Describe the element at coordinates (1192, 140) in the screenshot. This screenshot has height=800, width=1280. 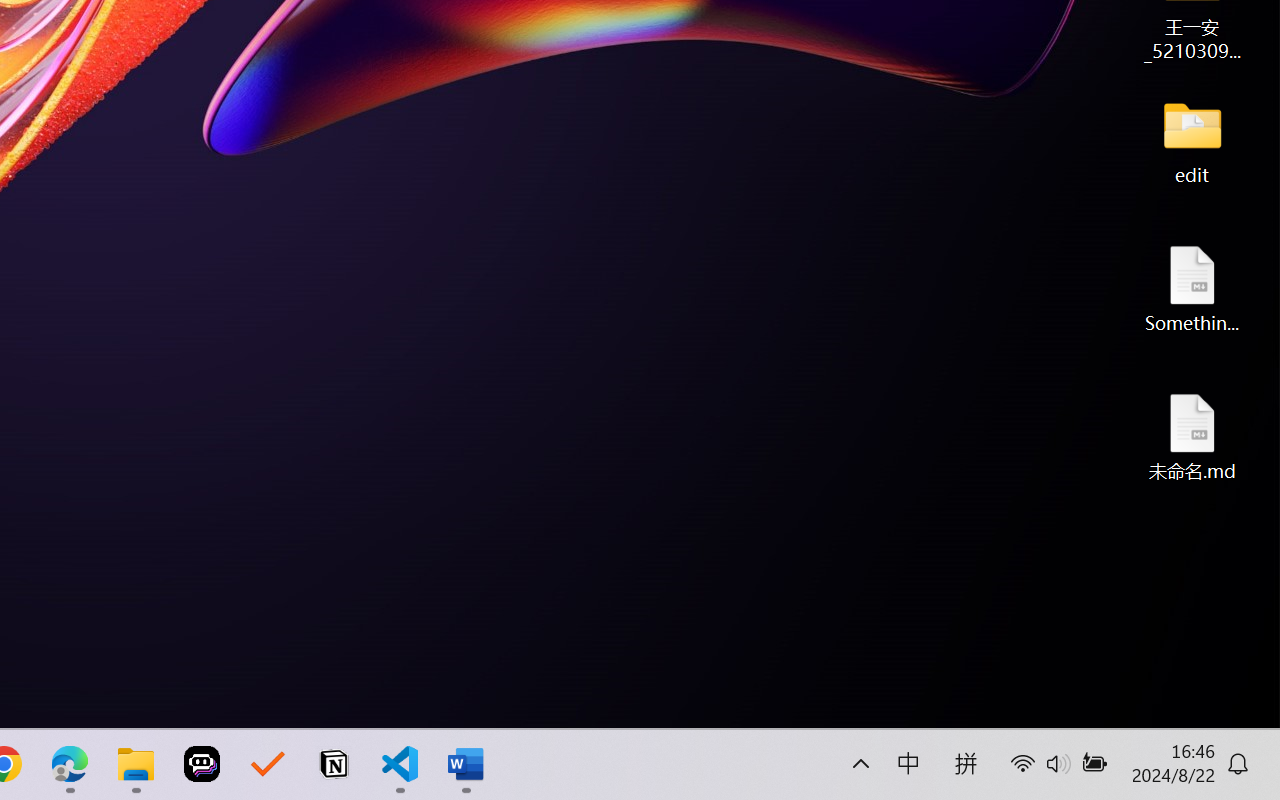
I see `'edit'` at that location.